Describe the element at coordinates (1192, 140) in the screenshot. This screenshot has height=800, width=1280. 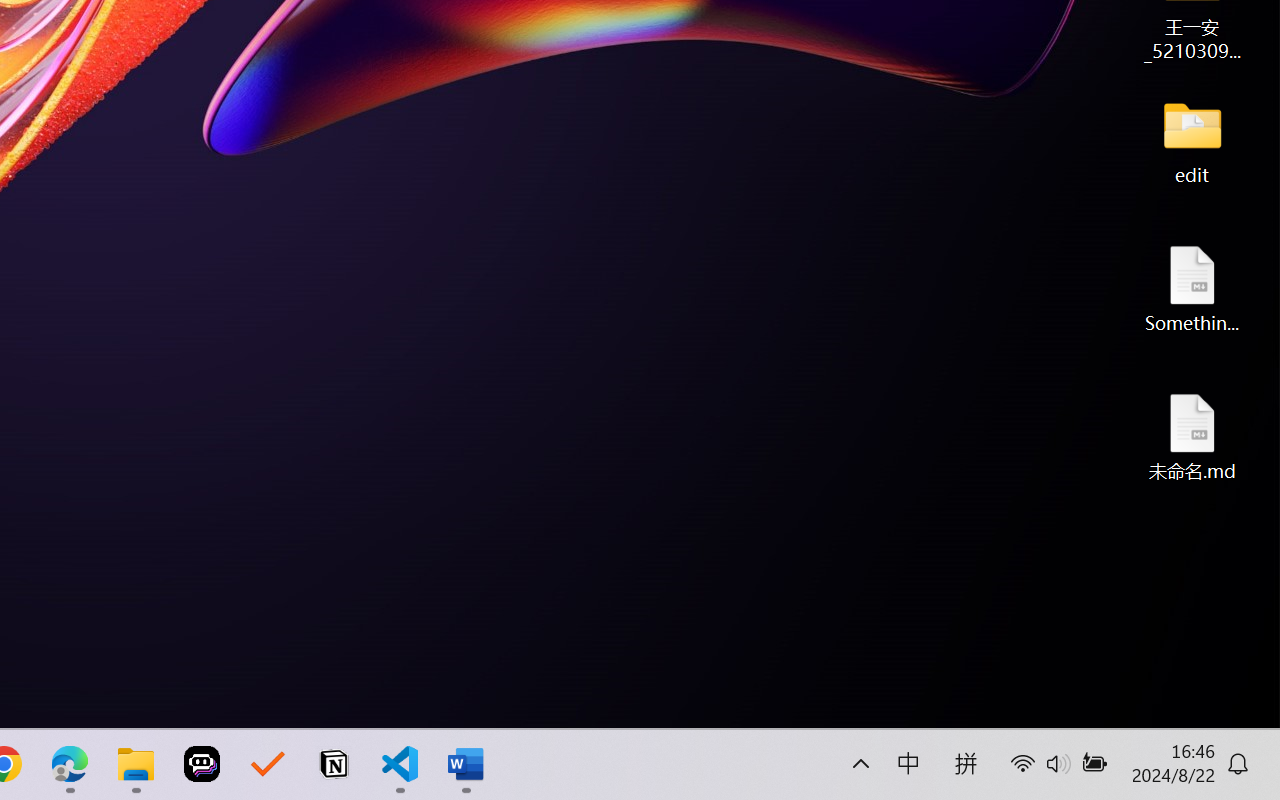
I see `'edit'` at that location.